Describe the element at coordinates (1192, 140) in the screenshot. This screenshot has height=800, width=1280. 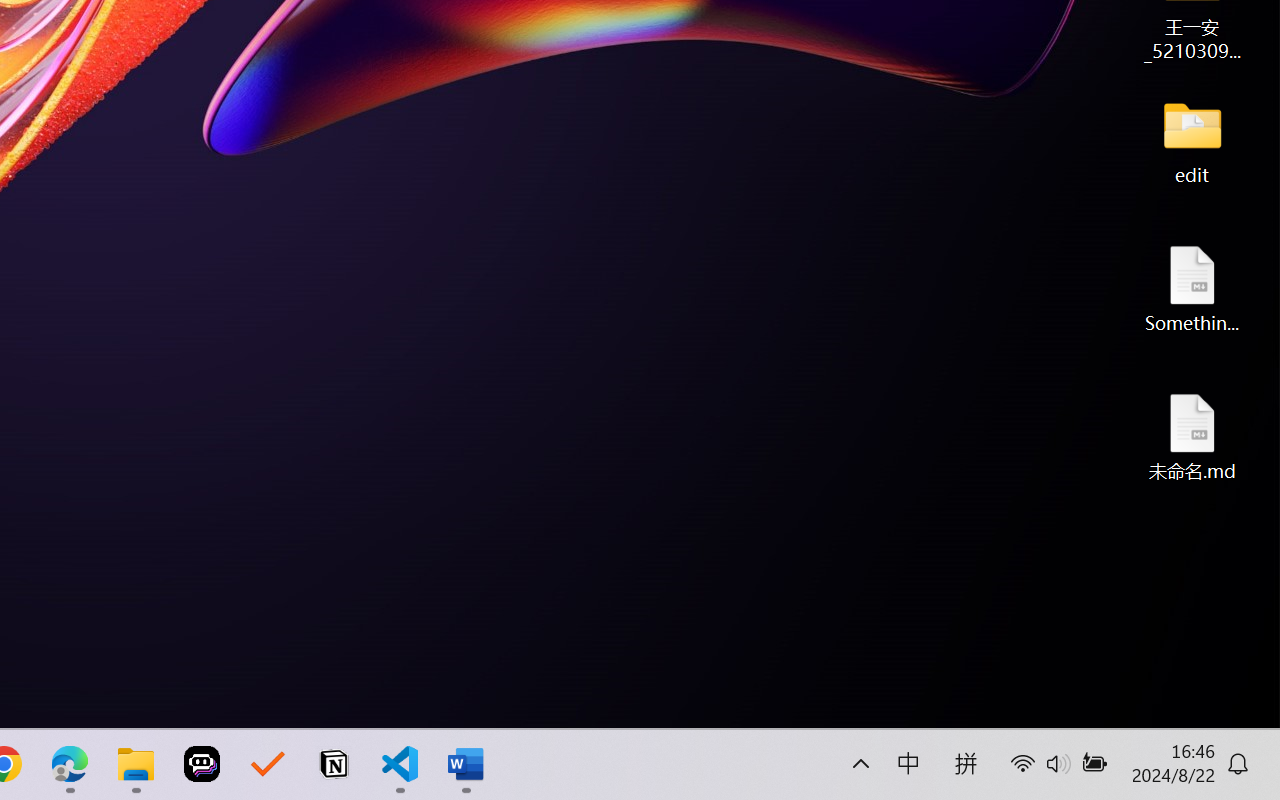
I see `'edit'` at that location.